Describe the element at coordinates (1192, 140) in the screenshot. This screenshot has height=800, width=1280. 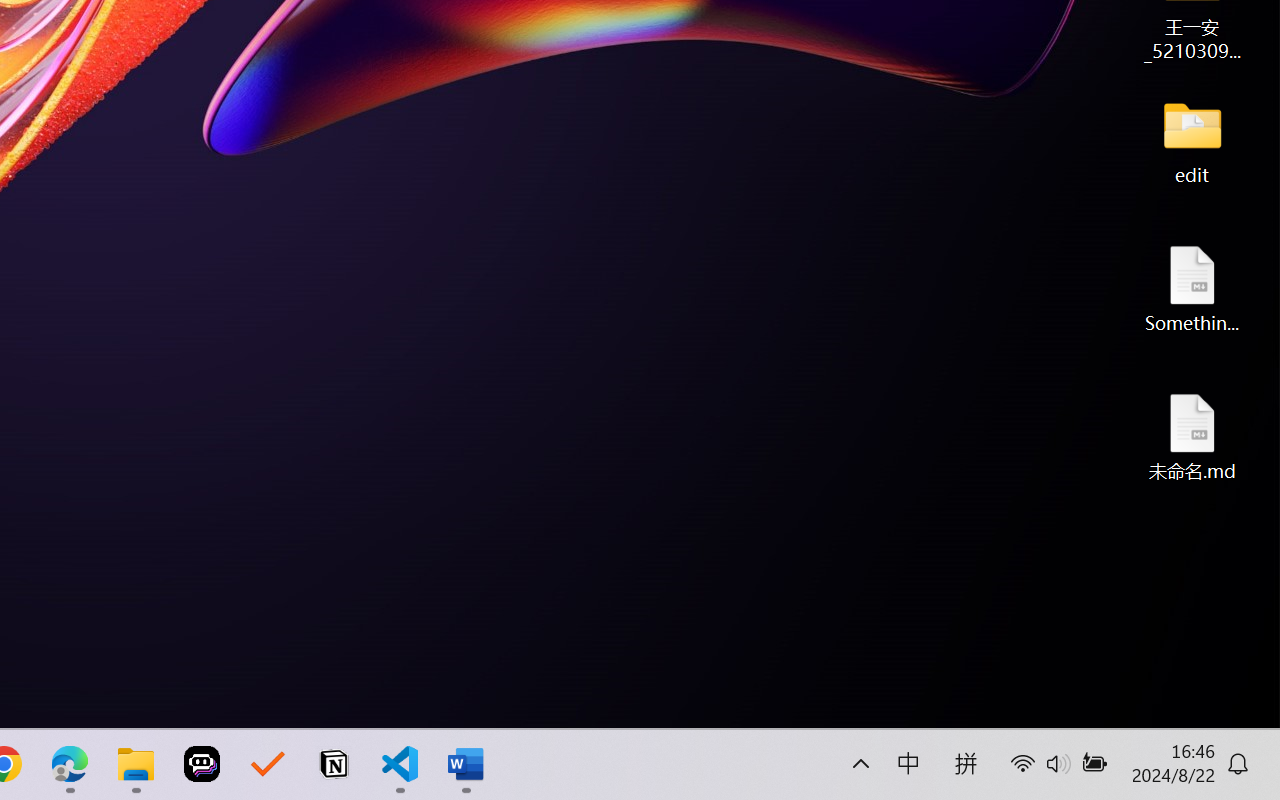
I see `'edit'` at that location.